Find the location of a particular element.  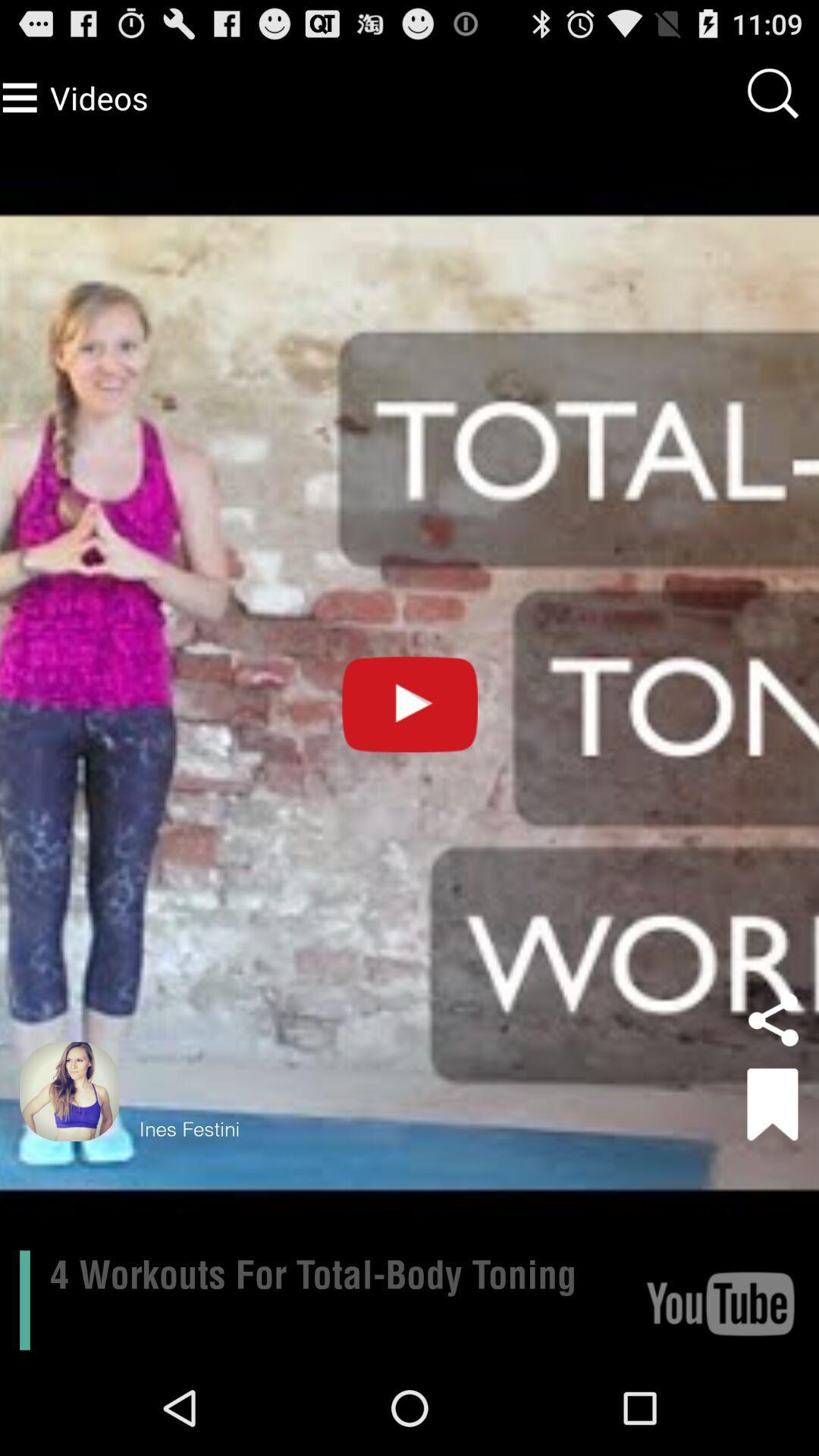

the avatar icon is located at coordinates (69, 1167).